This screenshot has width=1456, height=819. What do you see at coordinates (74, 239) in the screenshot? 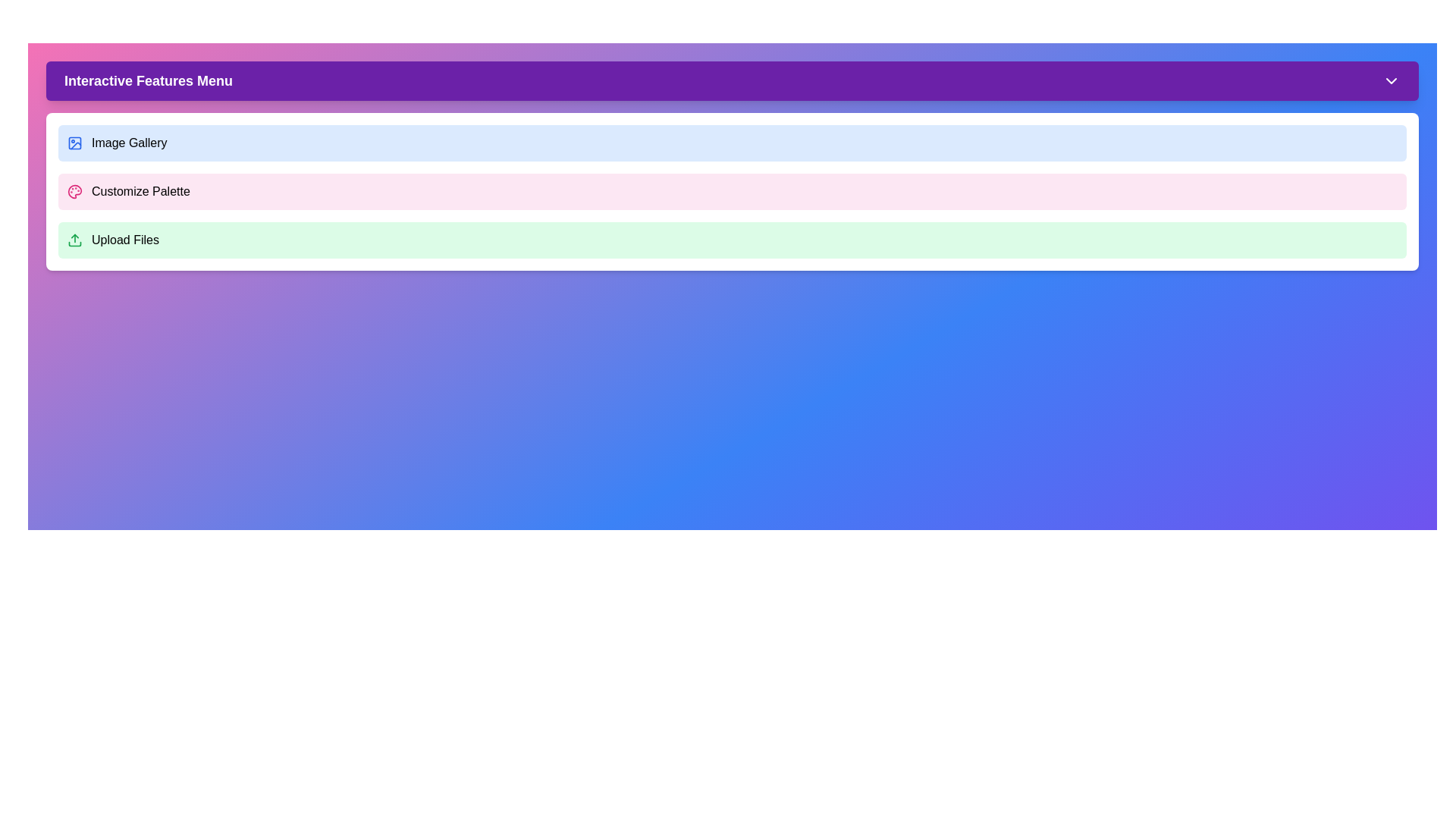
I see `the icon associated with Upload Files` at bounding box center [74, 239].